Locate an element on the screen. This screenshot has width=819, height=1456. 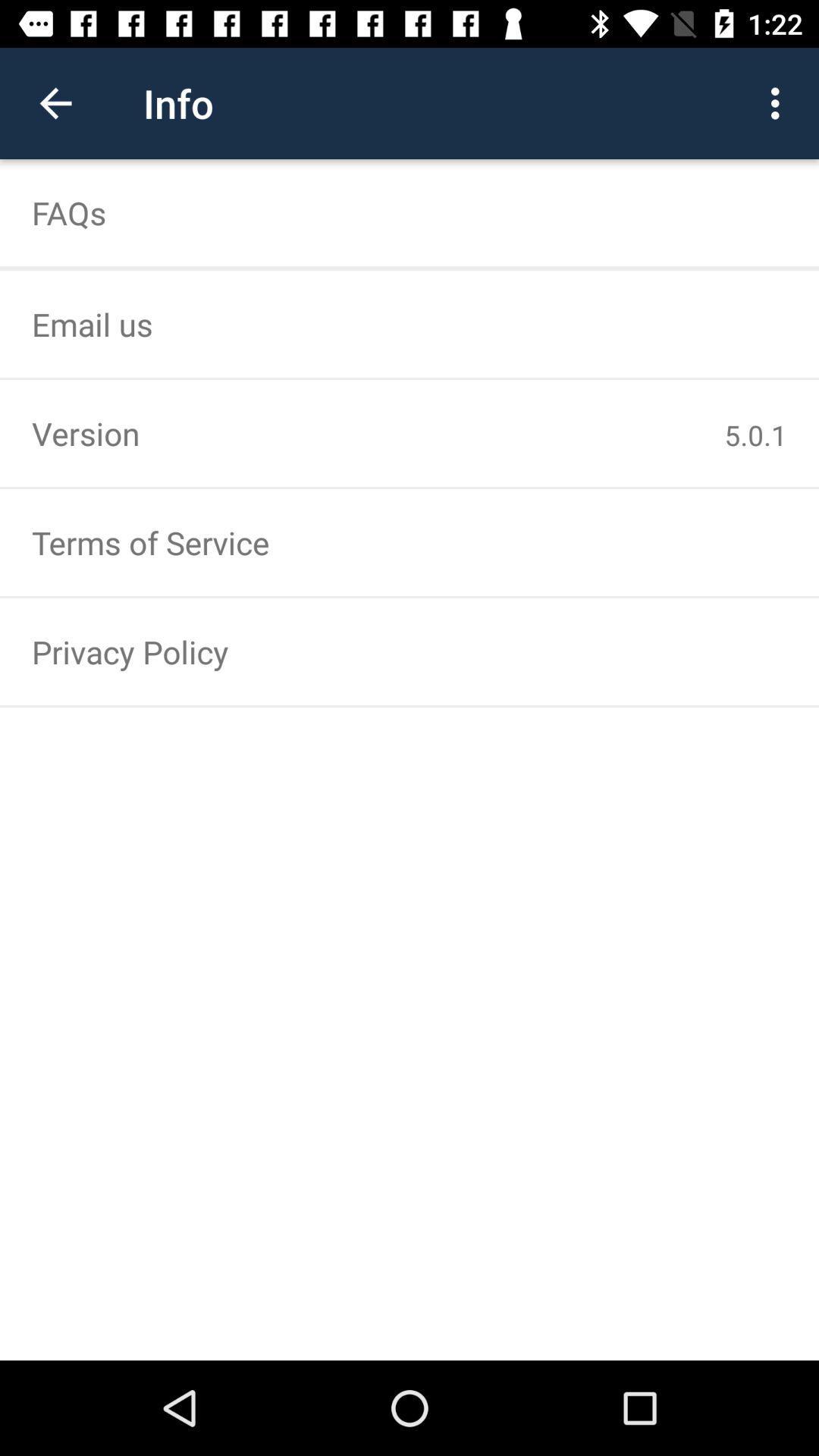
icon next to info is located at coordinates (779, 102).